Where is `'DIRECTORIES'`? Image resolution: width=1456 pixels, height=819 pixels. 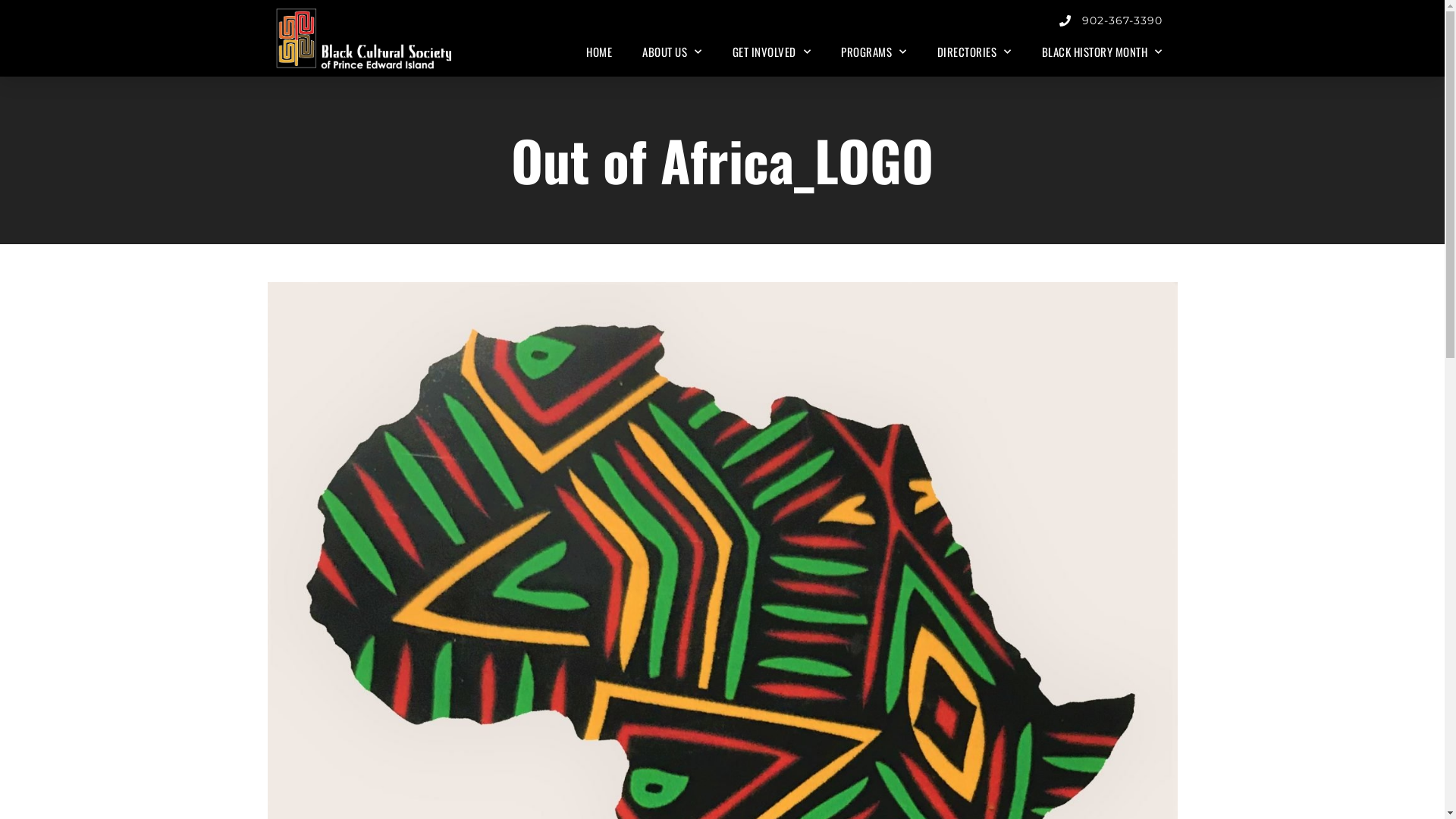
'DIRECTORIES' is located at coordinates (974, 51).